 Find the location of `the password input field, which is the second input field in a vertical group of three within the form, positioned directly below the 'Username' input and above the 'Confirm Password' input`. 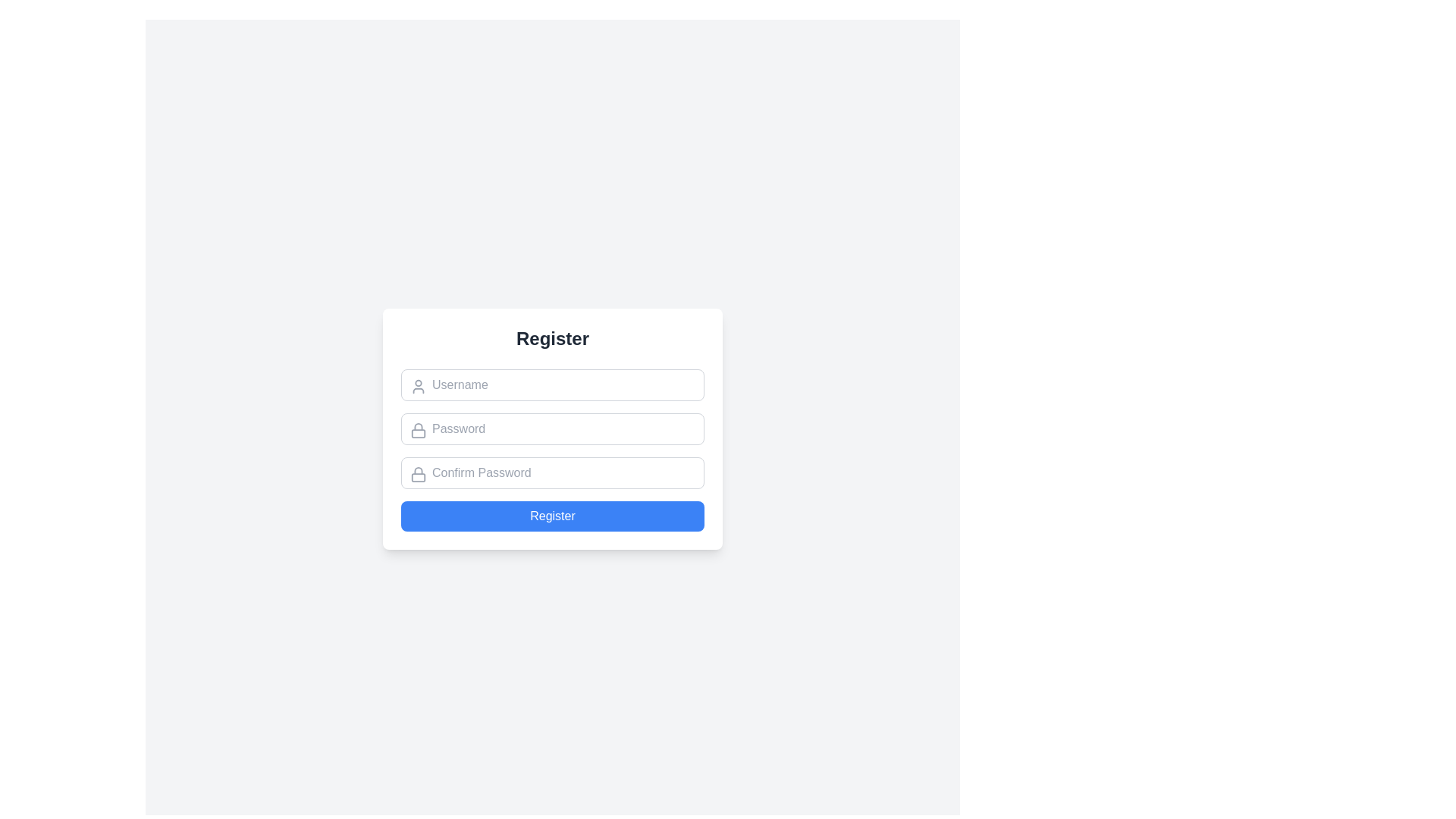

the password input field, which is the second input field in a vertical group of three within the form, positioned directly below the 'Username' input and above the 'Confirm Password' input is located at coordinates (552, 429).